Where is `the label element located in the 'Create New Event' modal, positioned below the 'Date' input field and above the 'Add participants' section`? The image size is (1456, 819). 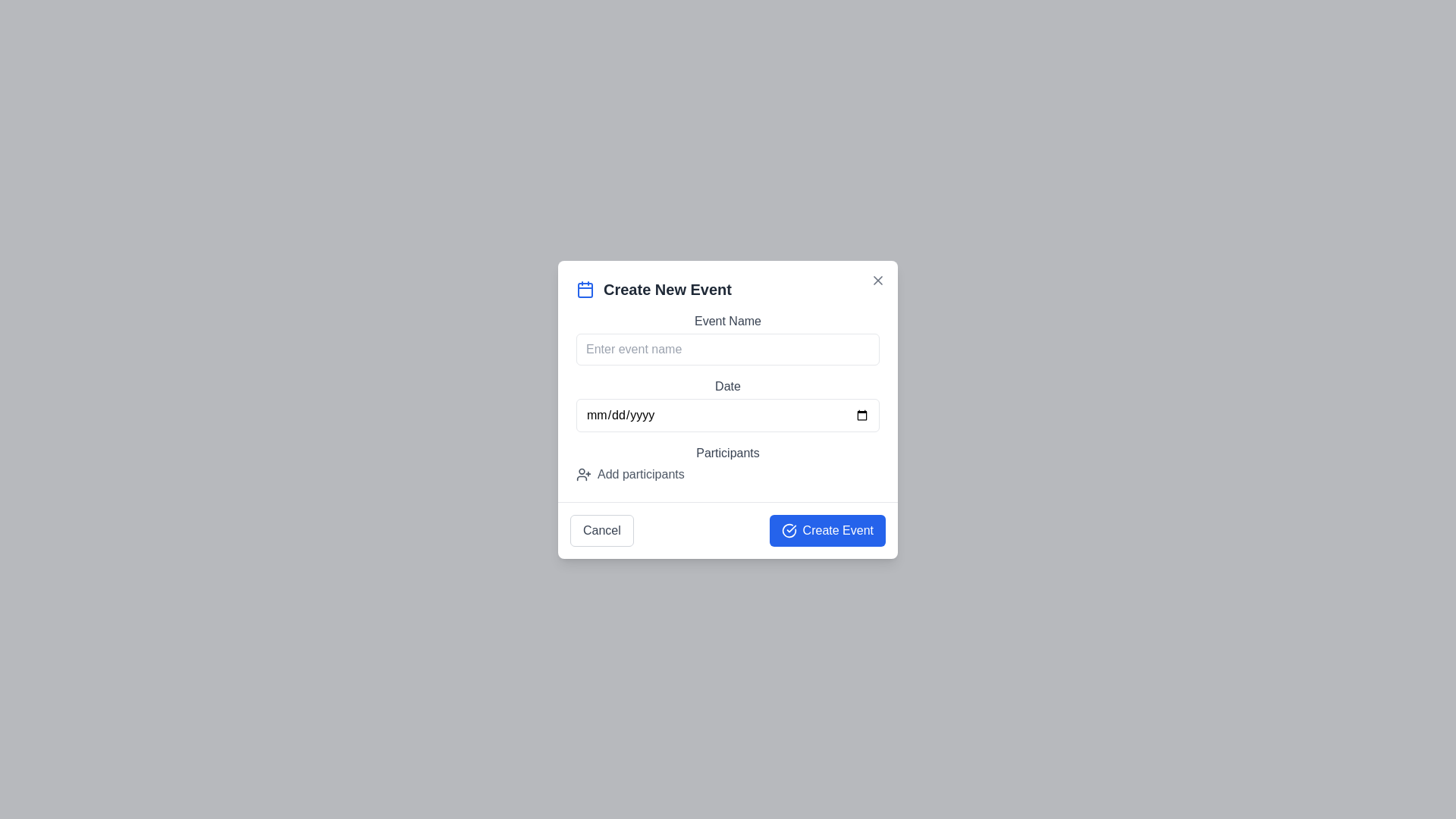
the label element located in the 'Create New Event' modal, positioned below the 'Date' input field and above the 'Add participants' section is located at coordinates (728, 452).